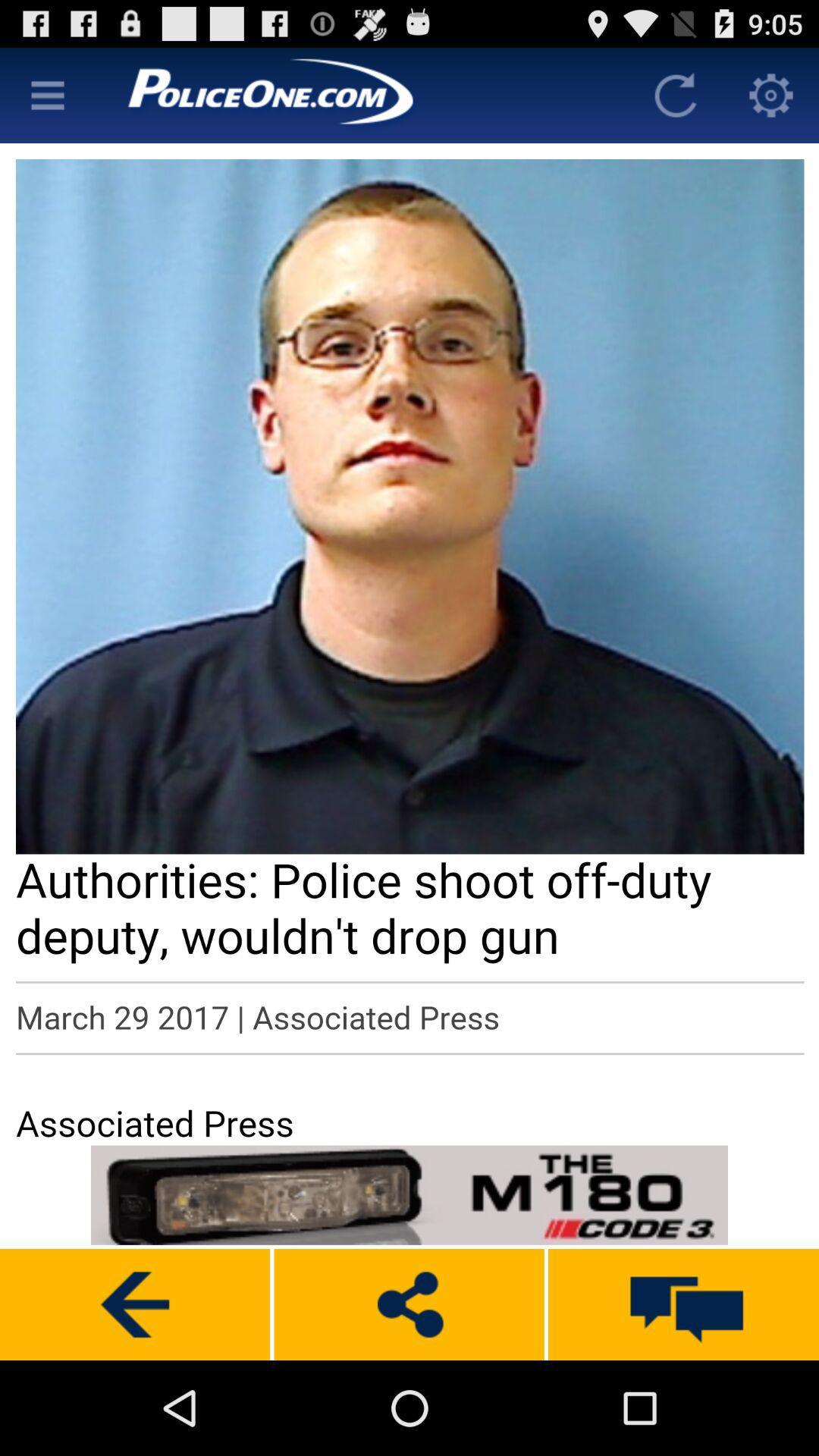 The width and height of the screenshot is (819, 1456). What do you see at coordinates (134, 1304) in the screenshot?
I see `go back` at bounding box center [134, 1304].